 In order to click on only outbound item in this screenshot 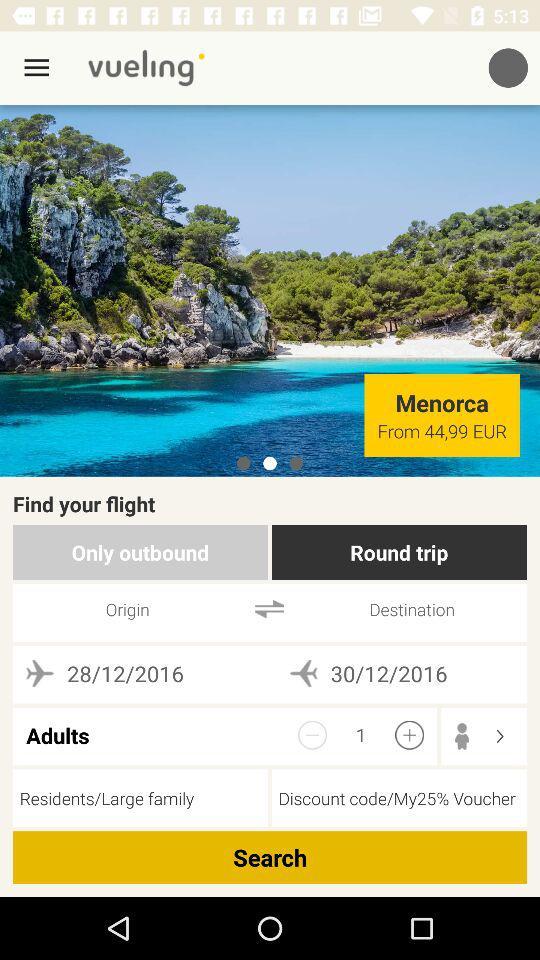, I will do `click(139, 552)`.